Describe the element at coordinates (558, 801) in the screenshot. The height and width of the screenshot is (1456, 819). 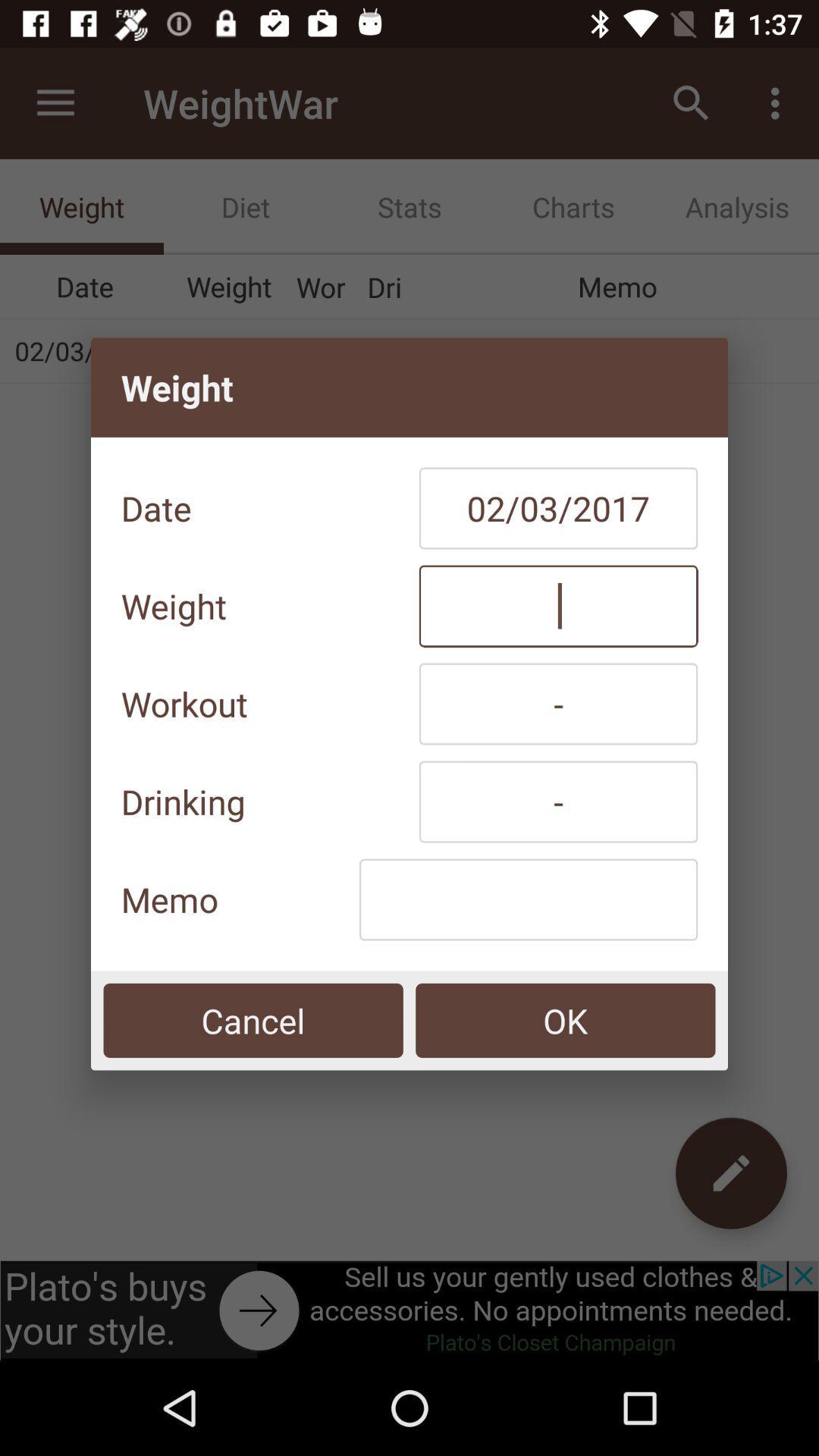
I see `icon next to the drinking` at that location.